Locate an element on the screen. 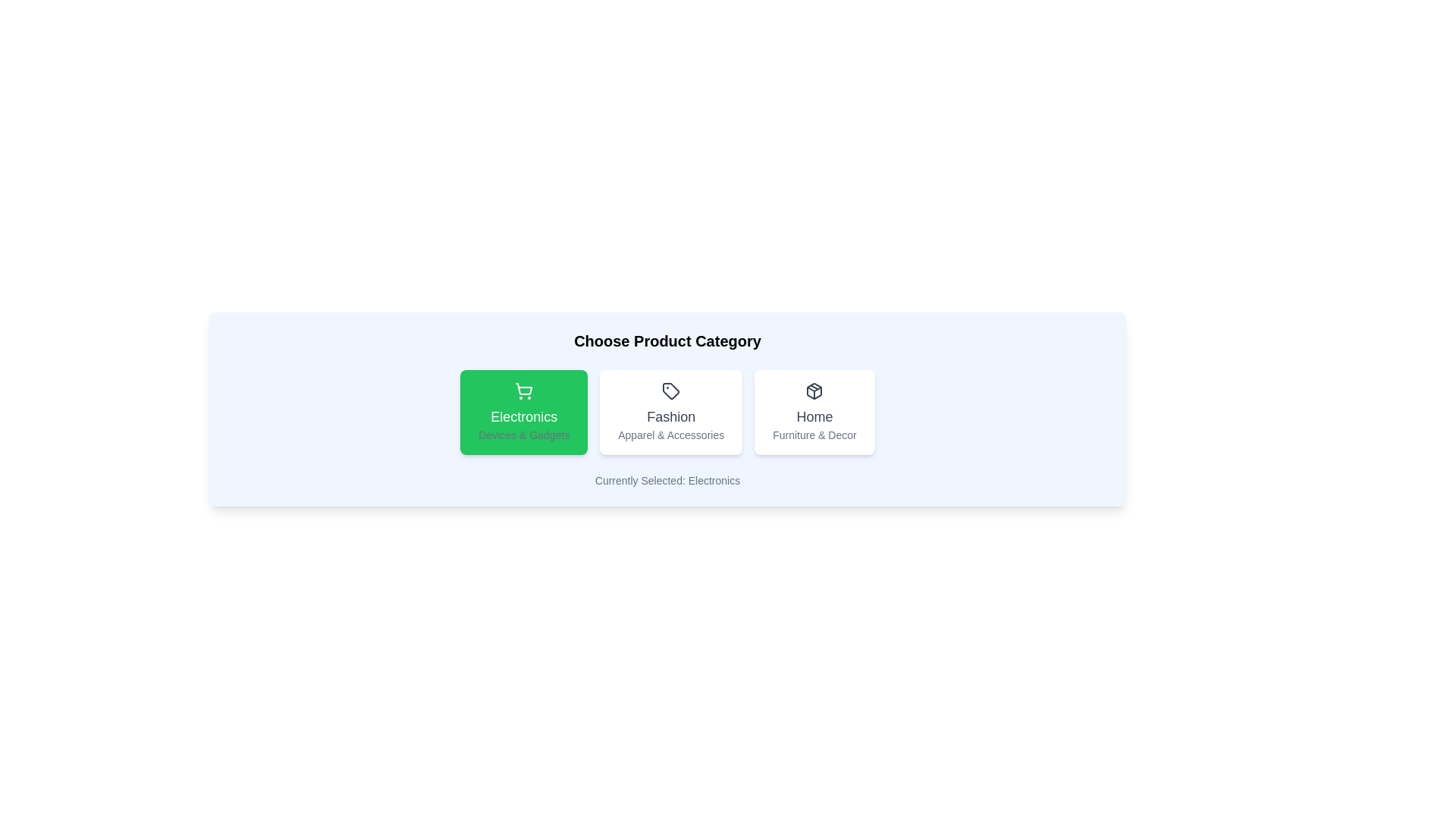 Image resolution: width=1456 pixels, height=819 pixels. the category chip labeled Electronics is located at coordinates (524, 412).